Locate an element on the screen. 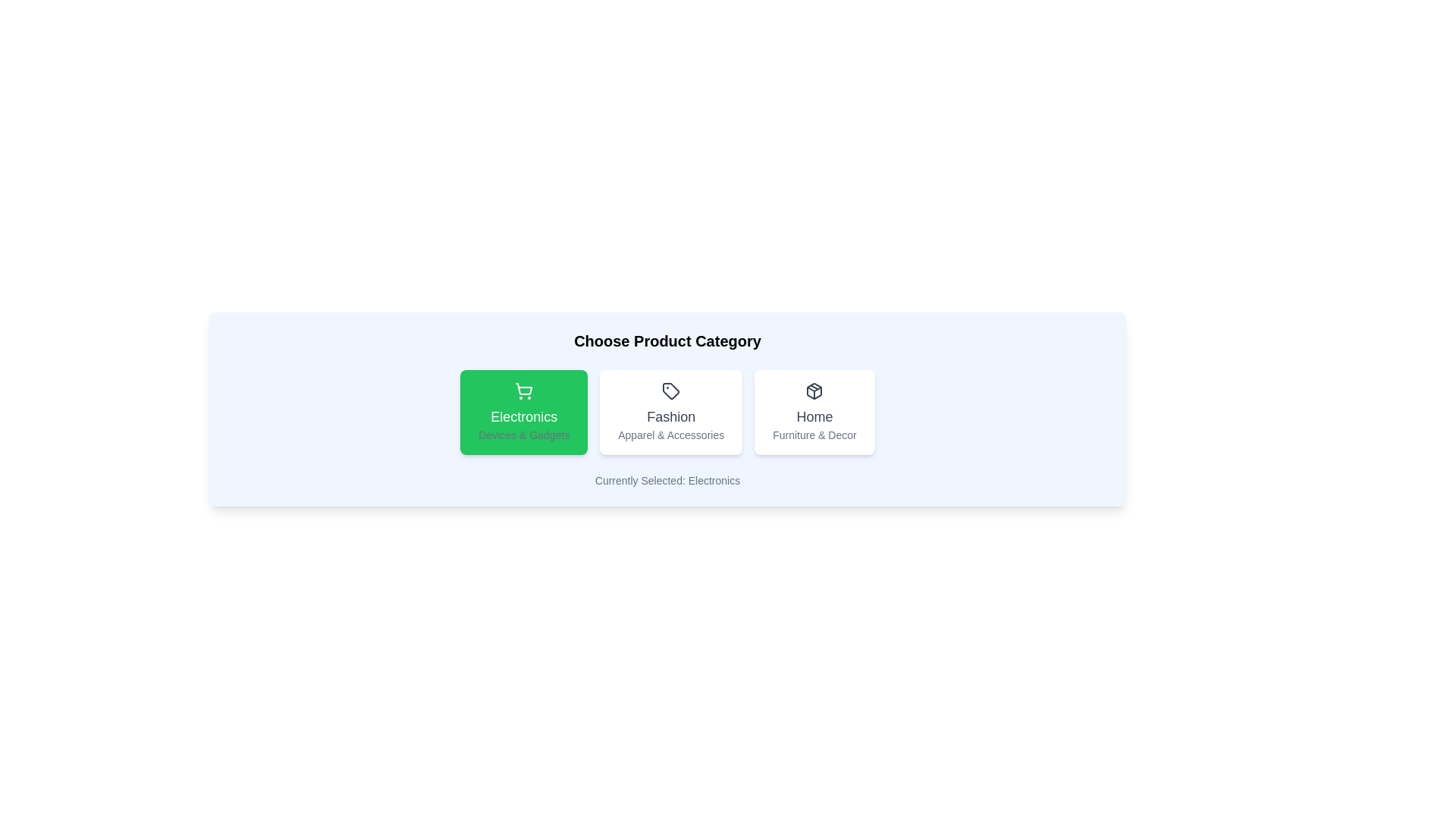 Image resolution: width=1456 pixels, height=819 pixels. the category chip labeled Electronics is located at coordinates (524, 412).